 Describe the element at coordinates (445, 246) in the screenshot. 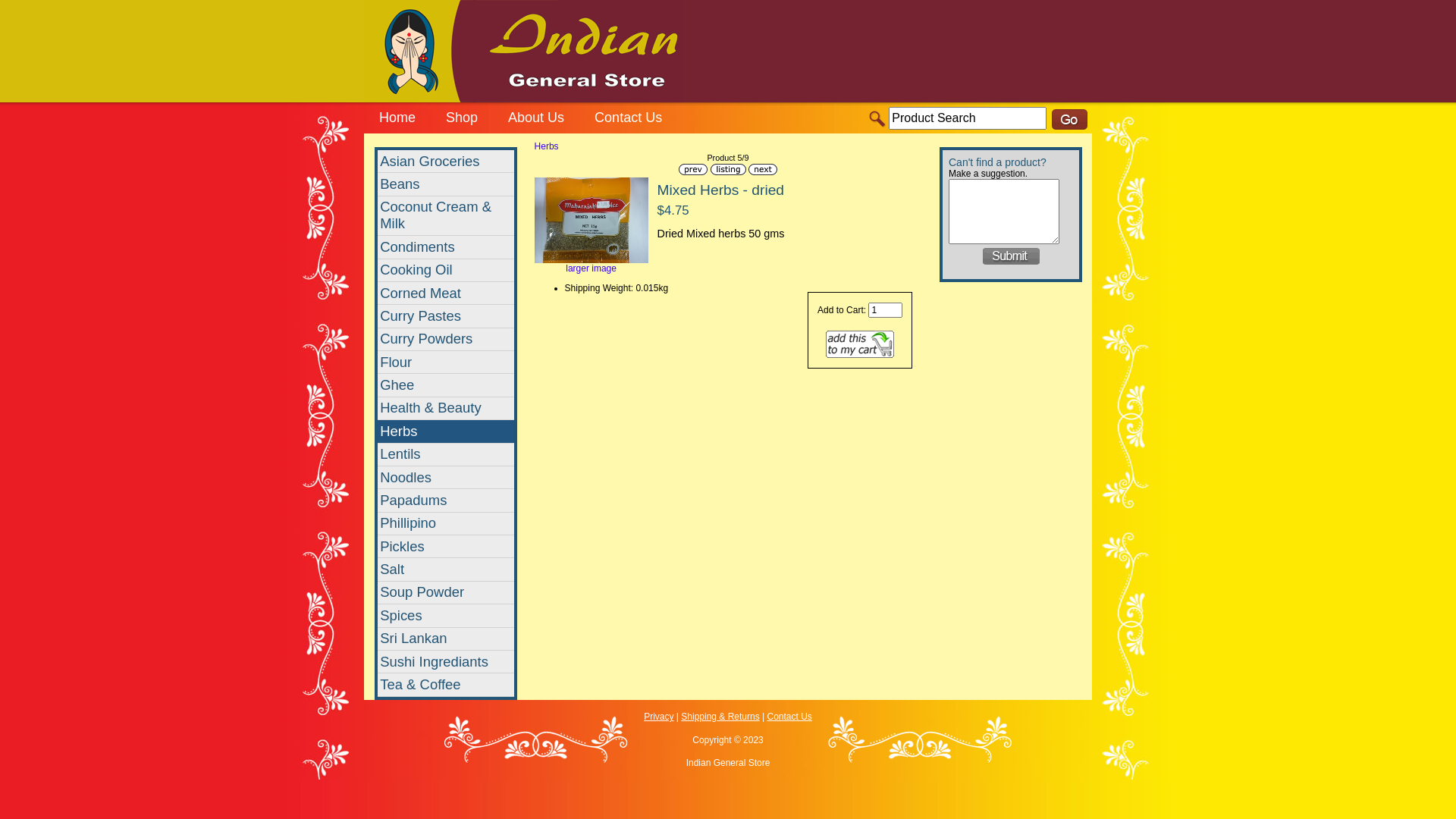

I see `'Condiments'` at that location.